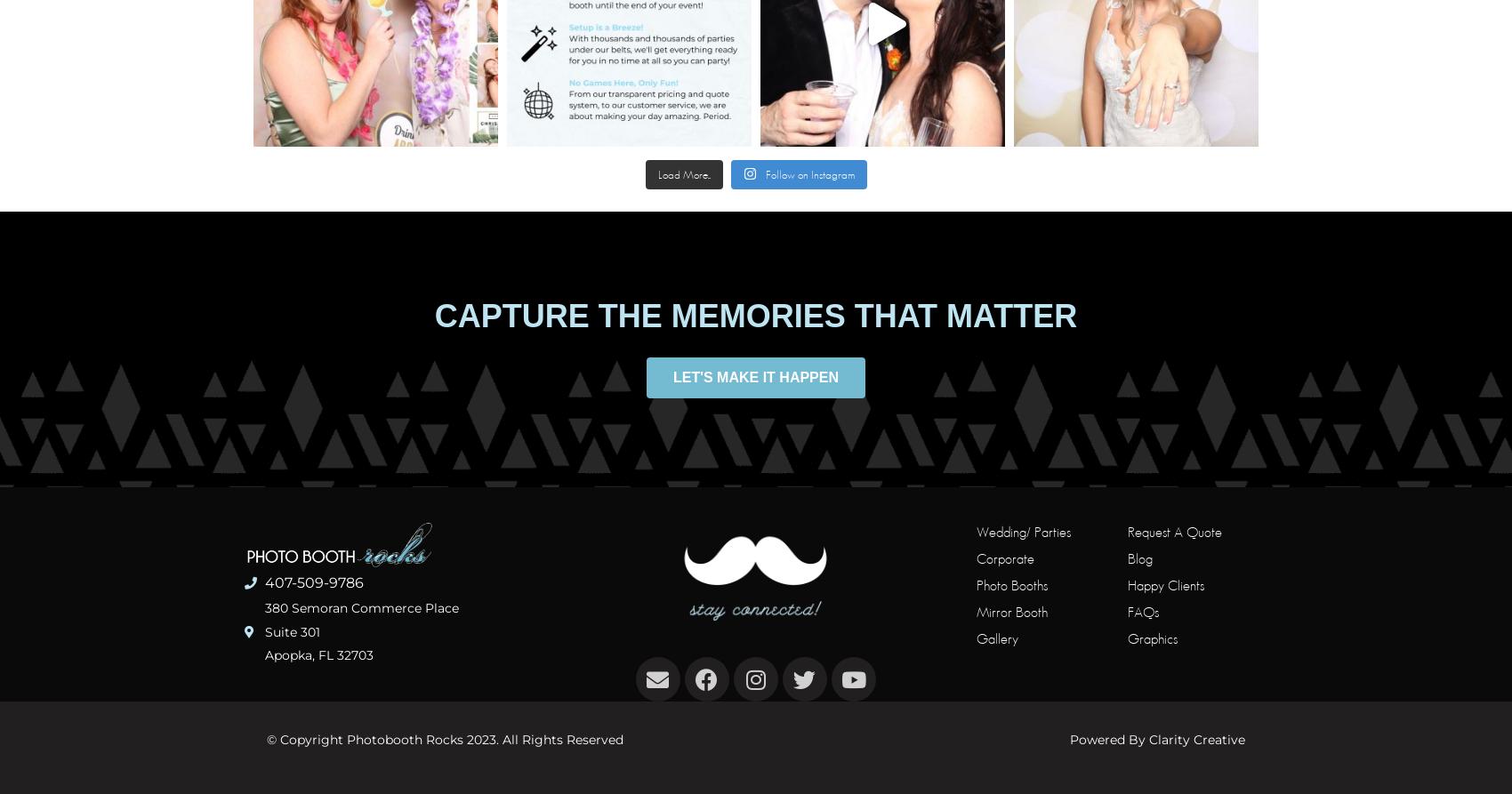 This screenshot has width=1512, height=794. Describe the element at coordinates (318, 654) in the screenshot. I see `'Apopka, FL 32703'` at that location.